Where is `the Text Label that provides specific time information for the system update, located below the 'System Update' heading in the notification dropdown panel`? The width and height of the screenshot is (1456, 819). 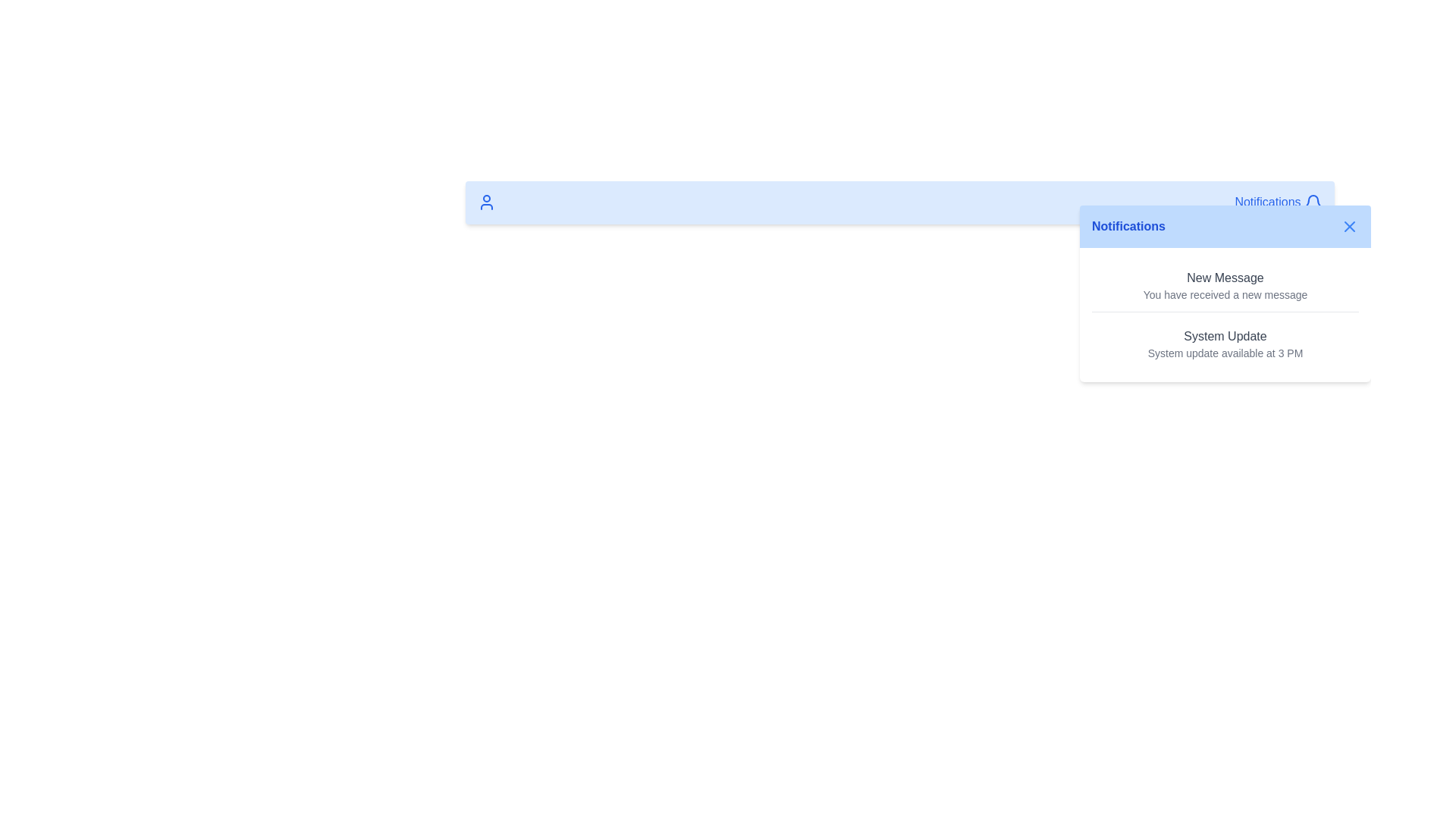
the Text Label that provides specific time information for the system update, located below the 'System Update' heading in the notification dropdown panel is located at coordinates (1225, 353).